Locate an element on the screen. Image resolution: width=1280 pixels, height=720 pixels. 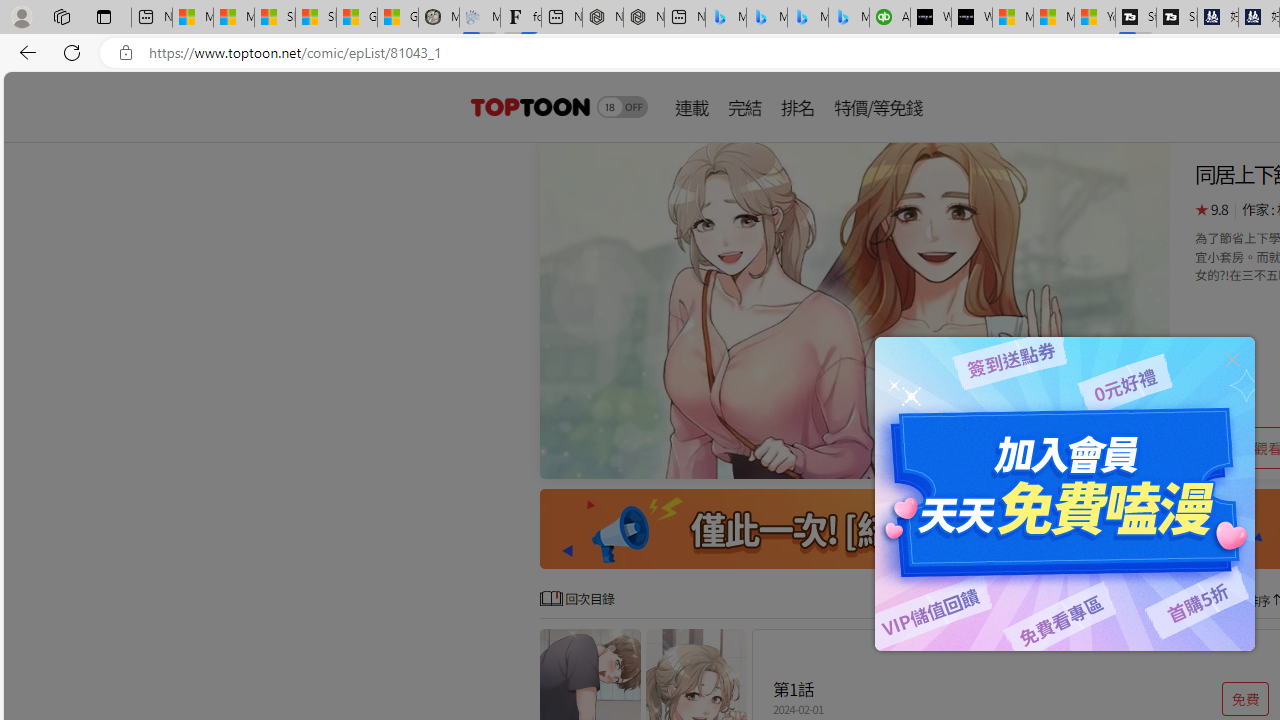
'Microsoft Bing Travel - Stays in Bangkok, Bangkok, Thailand' is located at coordinates (766, 17).